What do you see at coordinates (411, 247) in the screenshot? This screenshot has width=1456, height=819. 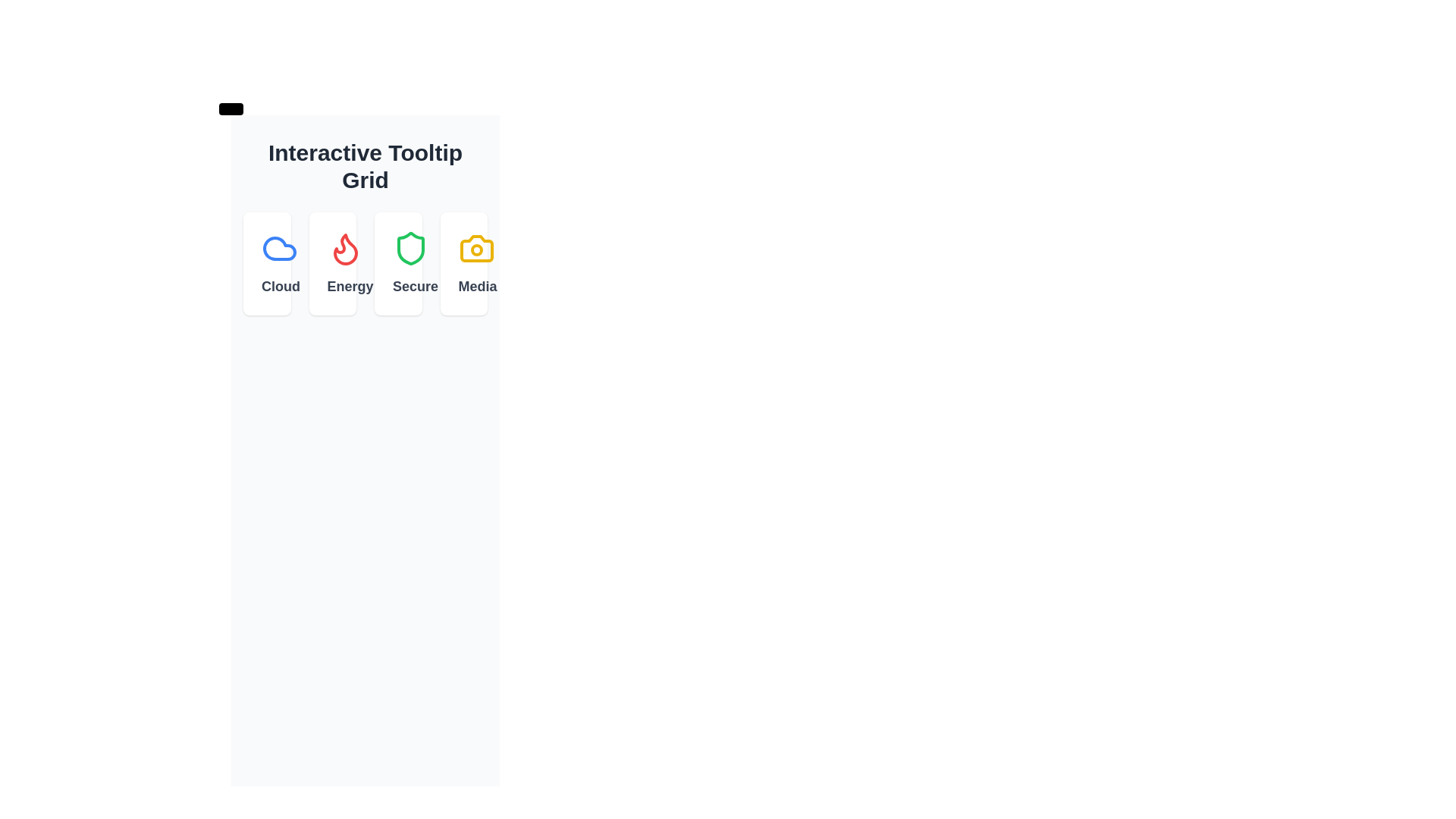 I see `the shield icon with a green outline located within the 'Secure' card, which is the third item in the horizontally aligned grid of four cards in the 'Interactive Tooltip Grid'` at bounding box center [411, 247].